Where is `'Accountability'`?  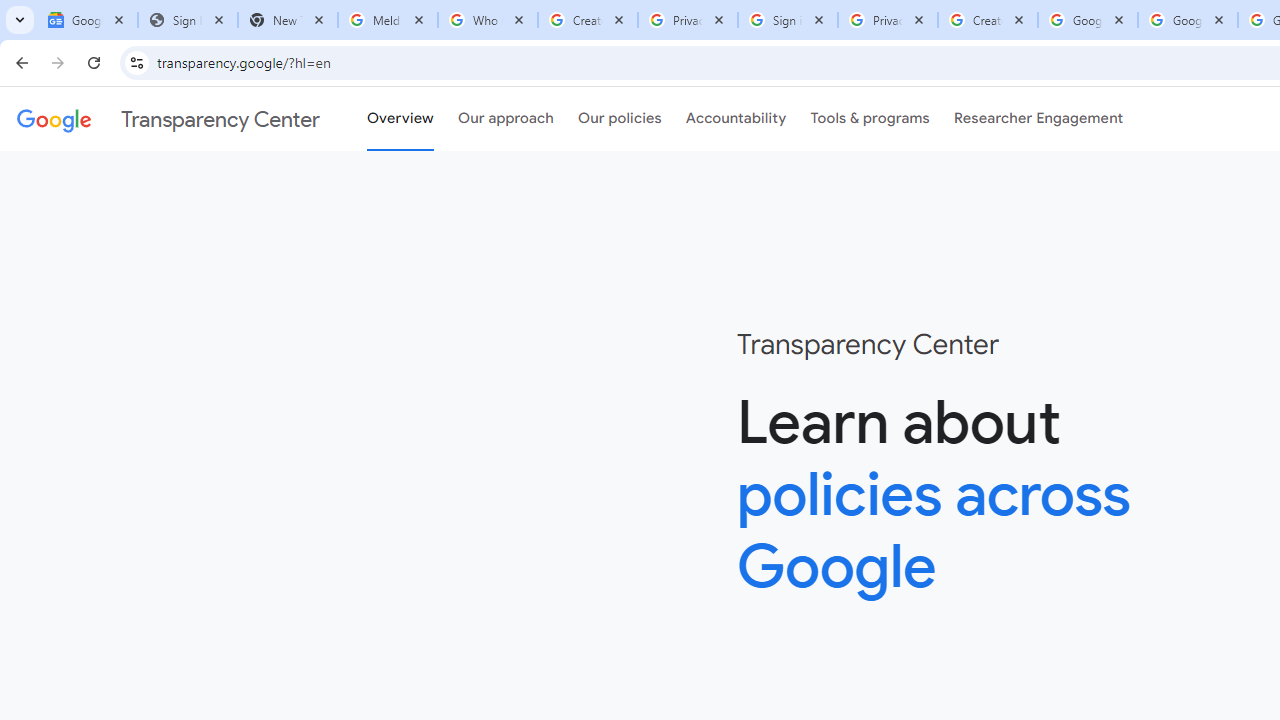 'Accountability' is located at coordinates (735, 119).